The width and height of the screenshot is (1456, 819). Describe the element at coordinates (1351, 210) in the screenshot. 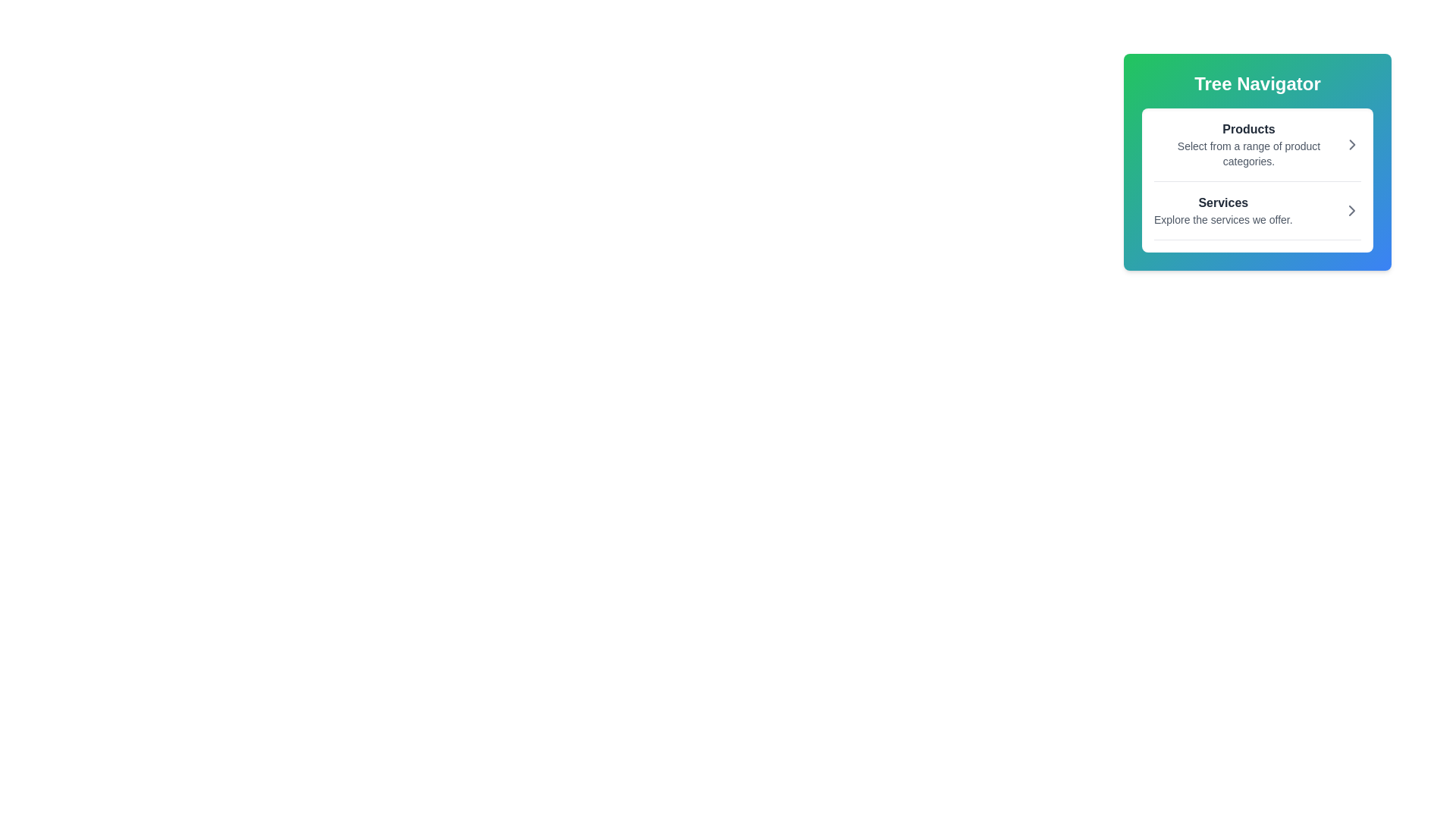

I see `the SVG icon representing the clickable navigation action for the 'Services' item located in the bottom list item under 'Tree Navigator'` at that location.